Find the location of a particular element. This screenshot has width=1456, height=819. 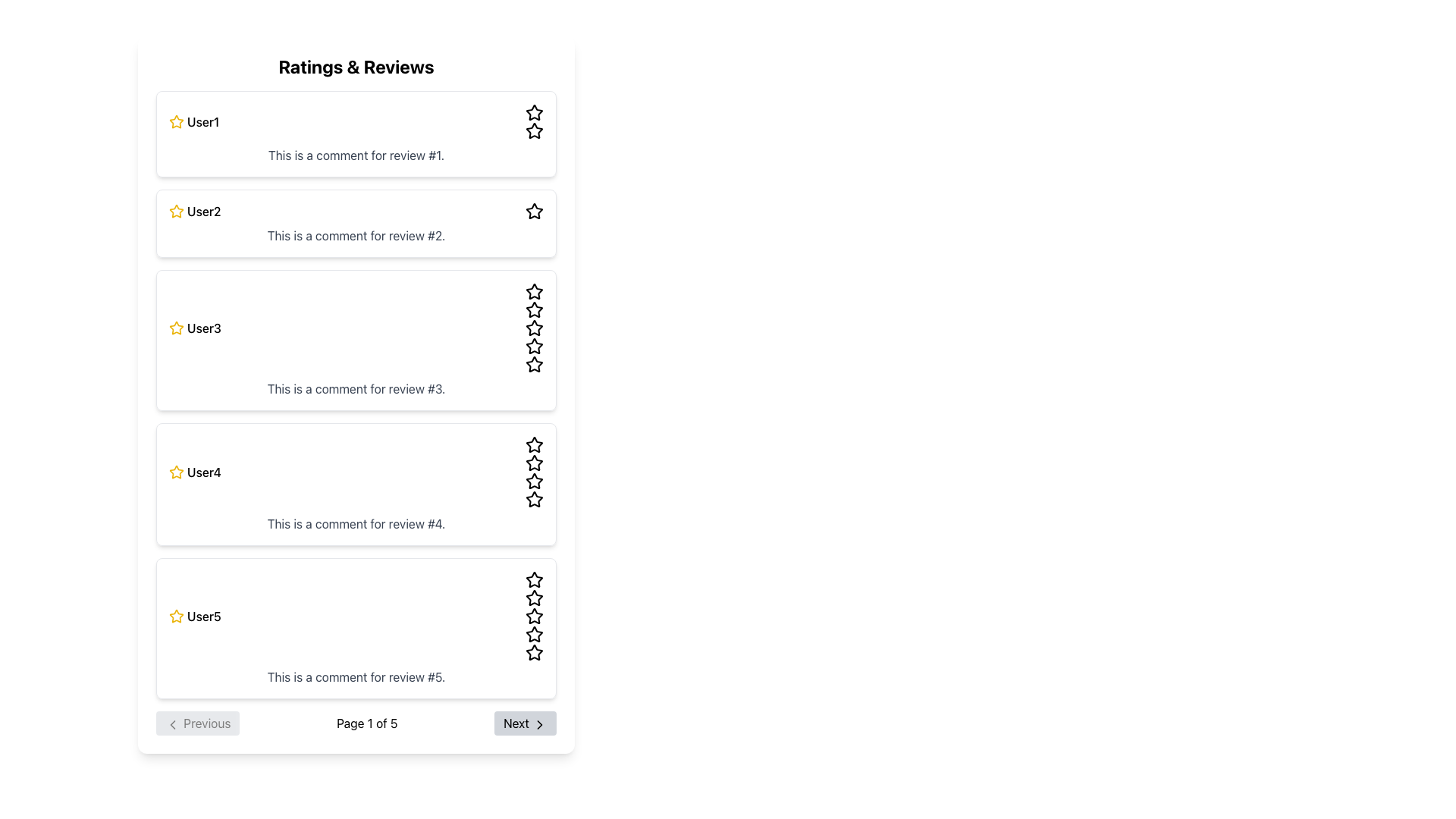

text stating 'This is a comment for review #3.' which is located below 'User3' in the third review card is located at coordinates (356, 388).